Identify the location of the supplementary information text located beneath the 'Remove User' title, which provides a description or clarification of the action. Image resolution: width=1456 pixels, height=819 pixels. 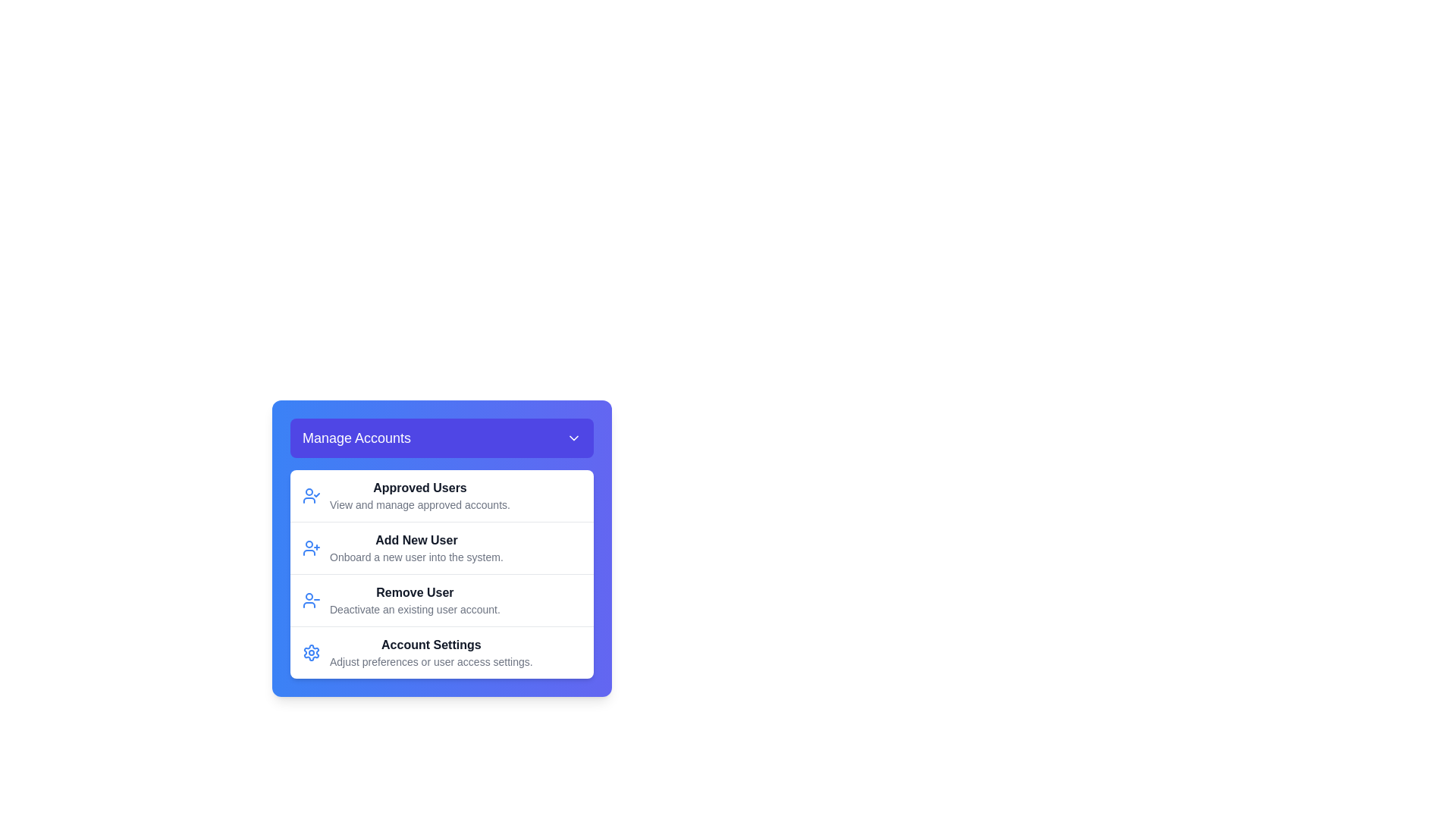
(415, 608).